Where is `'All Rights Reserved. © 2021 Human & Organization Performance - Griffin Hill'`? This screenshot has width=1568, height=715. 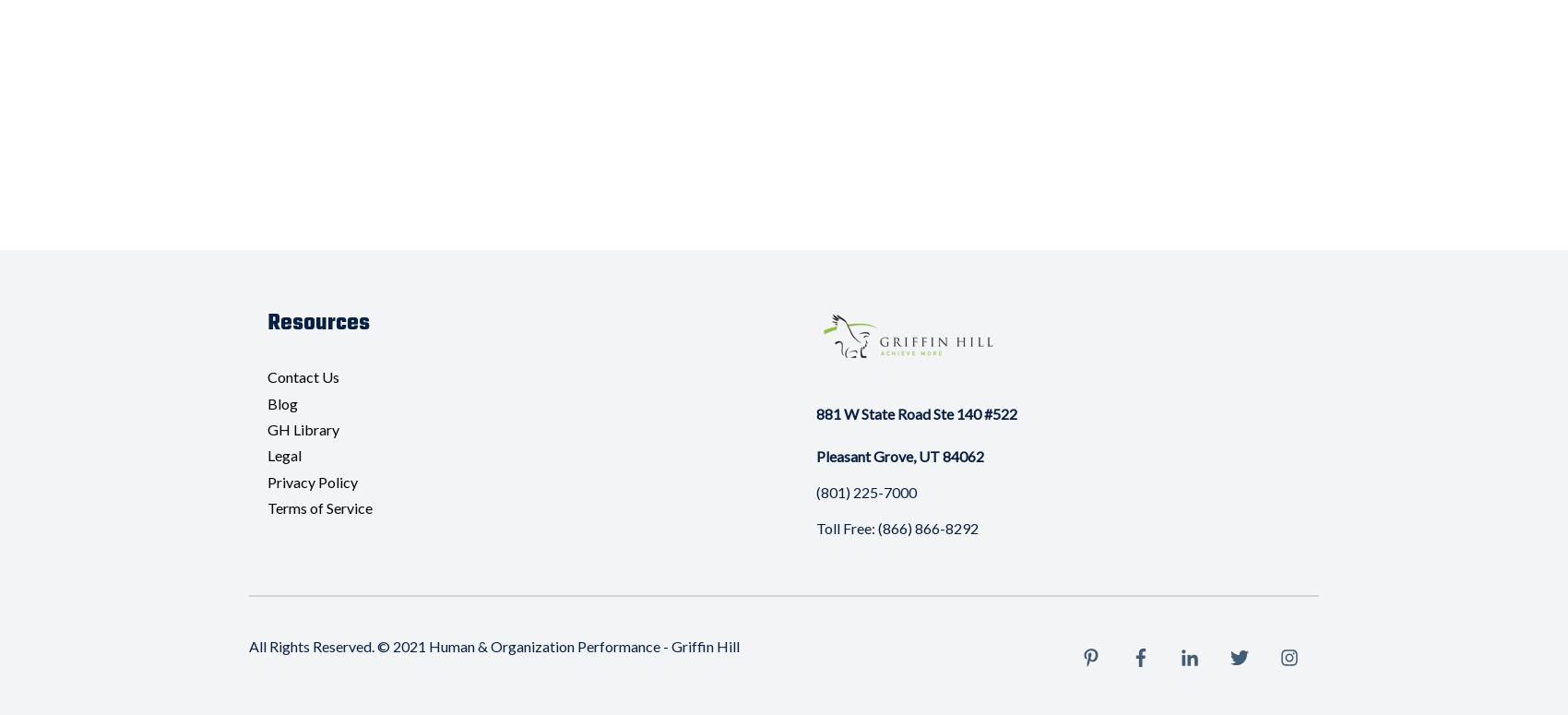
'All Rights Reserved. © 2021 Human & Organization Performance - Griffin Hill' is located at coordinates (493, 645).